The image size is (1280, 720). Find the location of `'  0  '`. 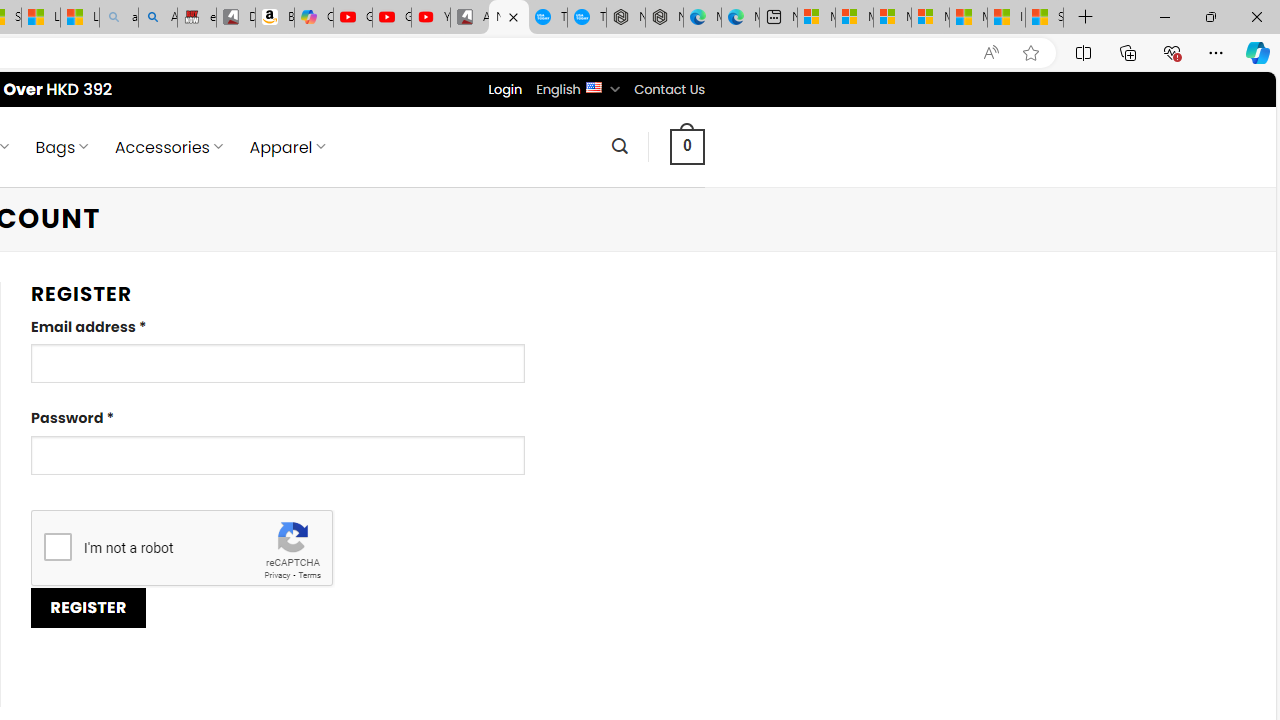

'  0  ' is located at coordinates (688, 145).